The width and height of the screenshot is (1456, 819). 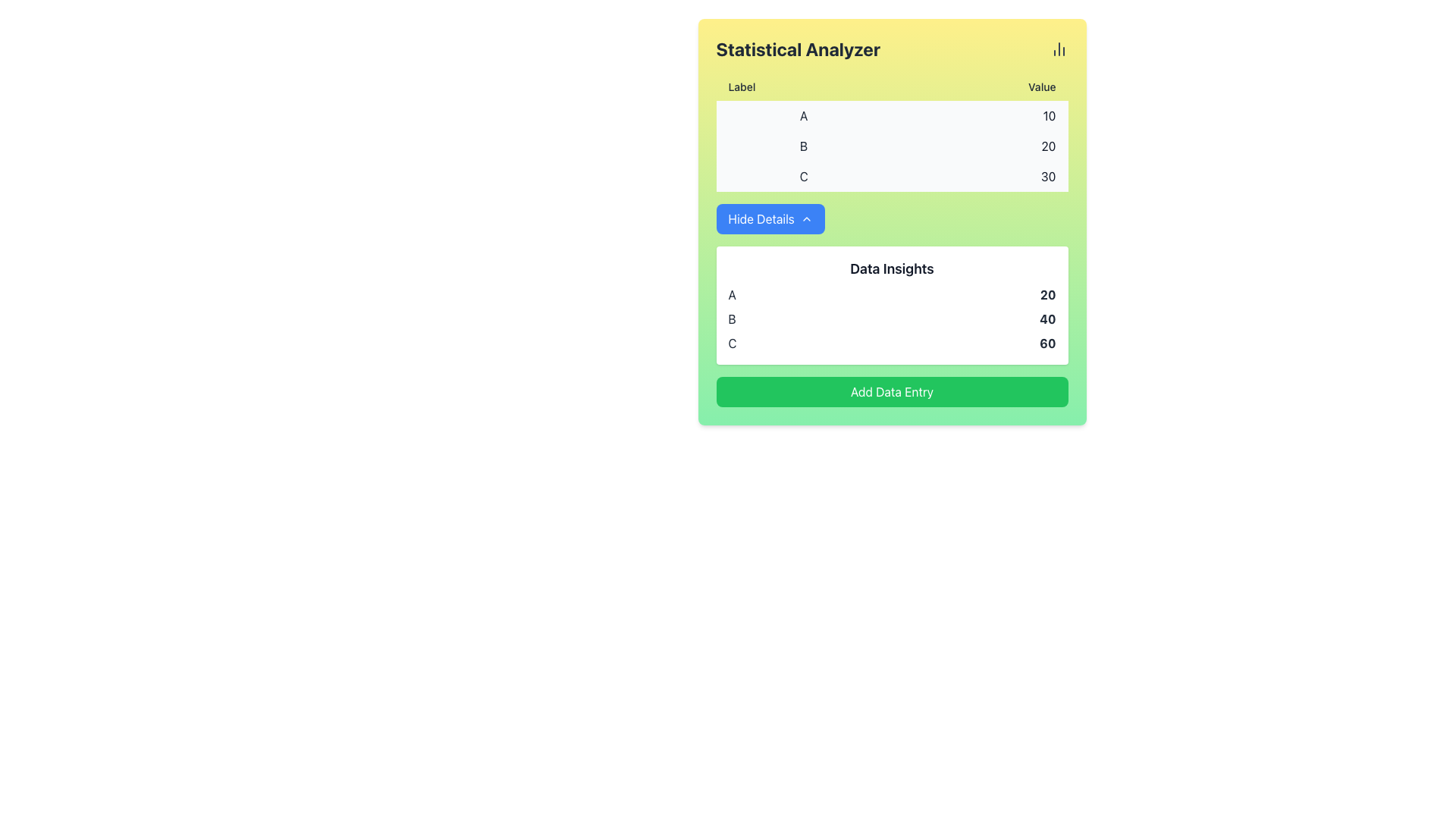 What do you see at coordinates (803, 146) in the screenshot?
I see `the bold letter 'B' label, which is styled in gray and positioned in the middle row of a grid layout, between labels 'A' and 'C'` at bounding box center [803, 146].